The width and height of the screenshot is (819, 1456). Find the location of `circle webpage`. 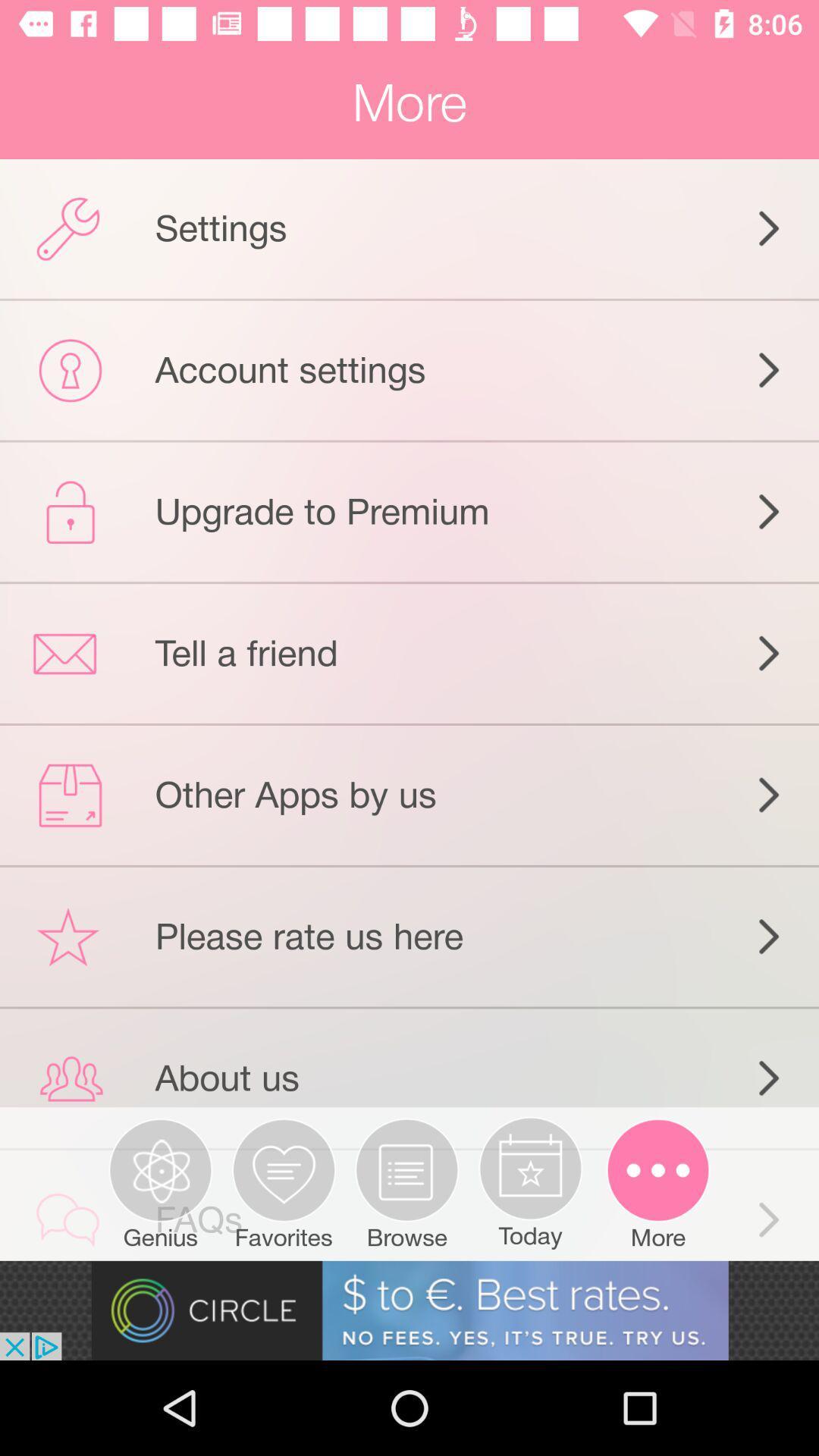

circle webpage is located at coordinates (409, 1310).